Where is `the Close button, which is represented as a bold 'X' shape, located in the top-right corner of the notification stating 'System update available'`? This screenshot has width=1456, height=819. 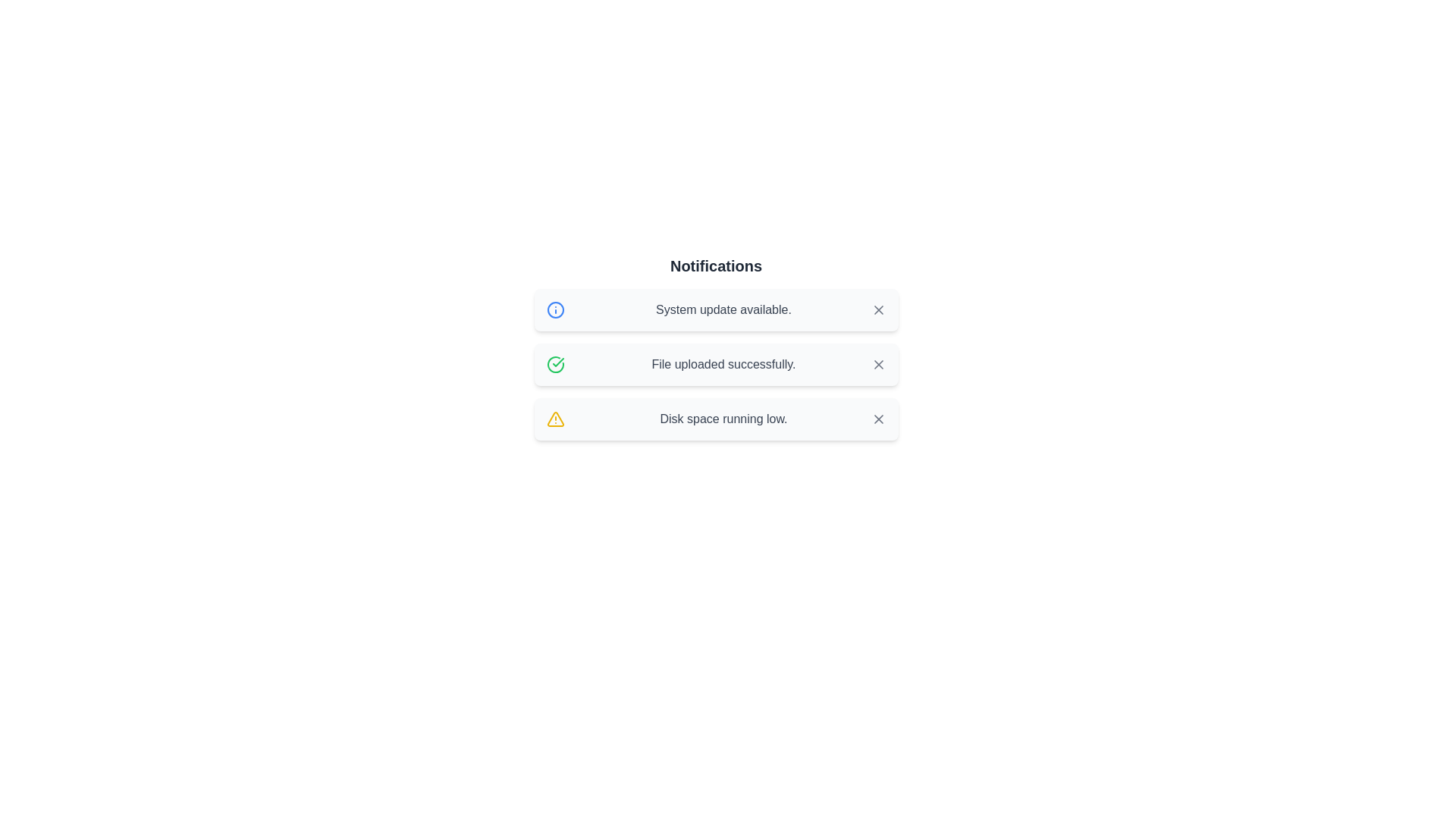 the Close button, which is represented as a bold 'X' shape, located in the top-right corner of the notification stating 'System update available' is located at coordinates (878, 309).